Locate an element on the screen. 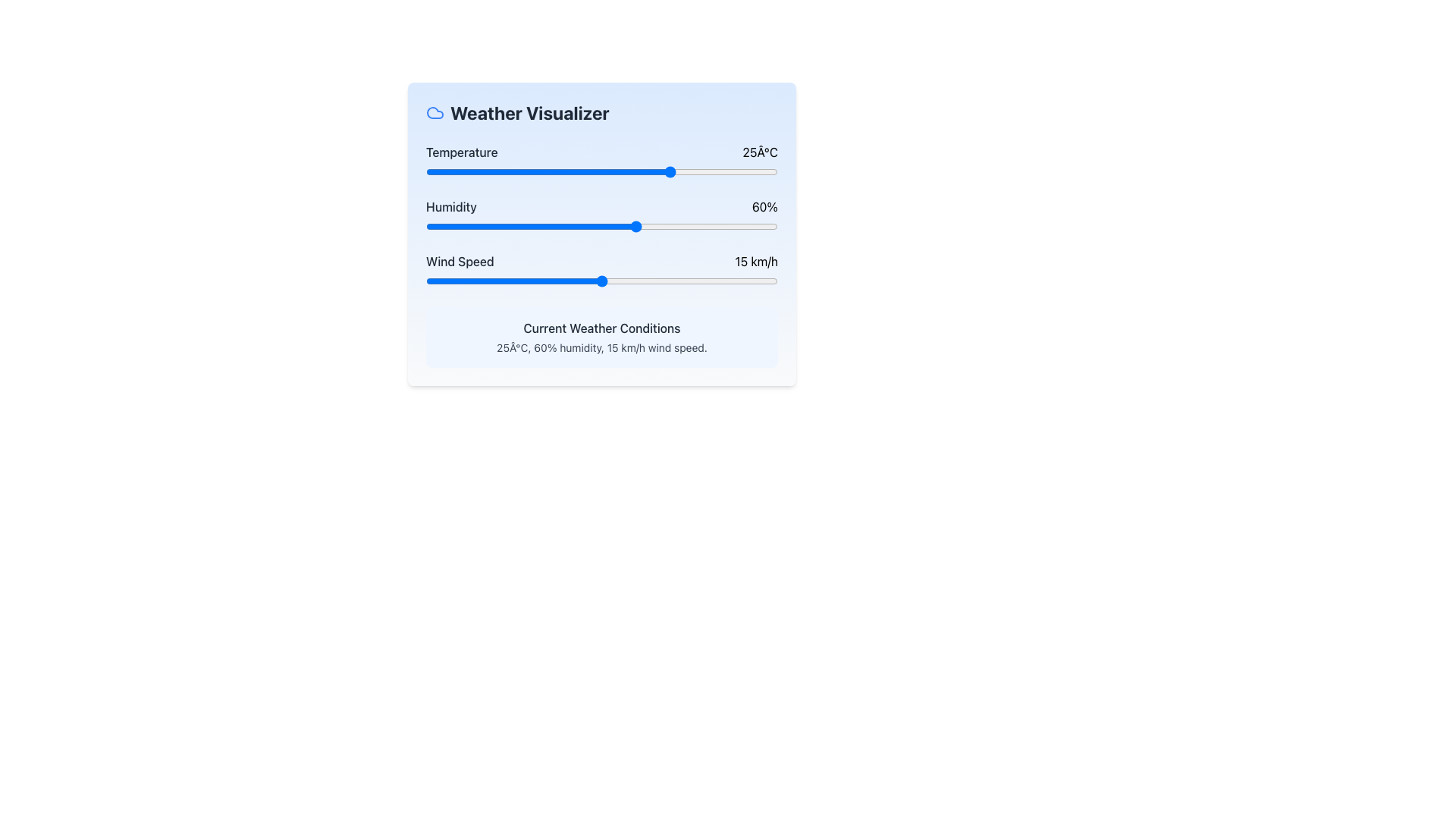 This screenshot has width=1456, height=819. the text label displaying '15 km/h' in bold, black font, which is located to the right of the 'Wind Speed' label within the weather interface is located at coordinates (756, 260).